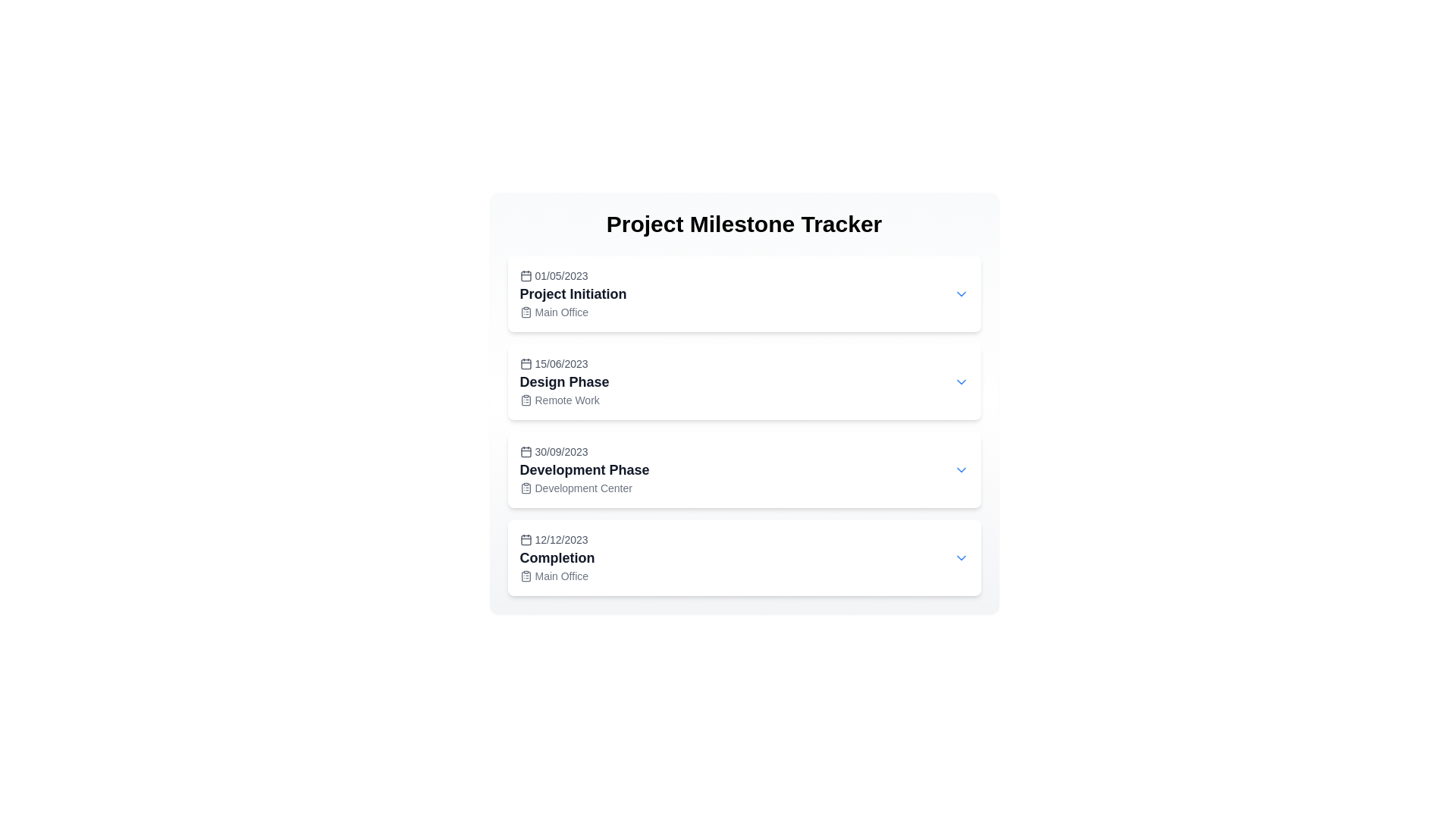 The image size is (1456, 819). Describe the element at coordinates (526, 275) in the screenshot. I see `the calendar icon located to the left of the date '01/05/2023' in the first row of the itemized project milestone tracker to initiate an action` at that location.